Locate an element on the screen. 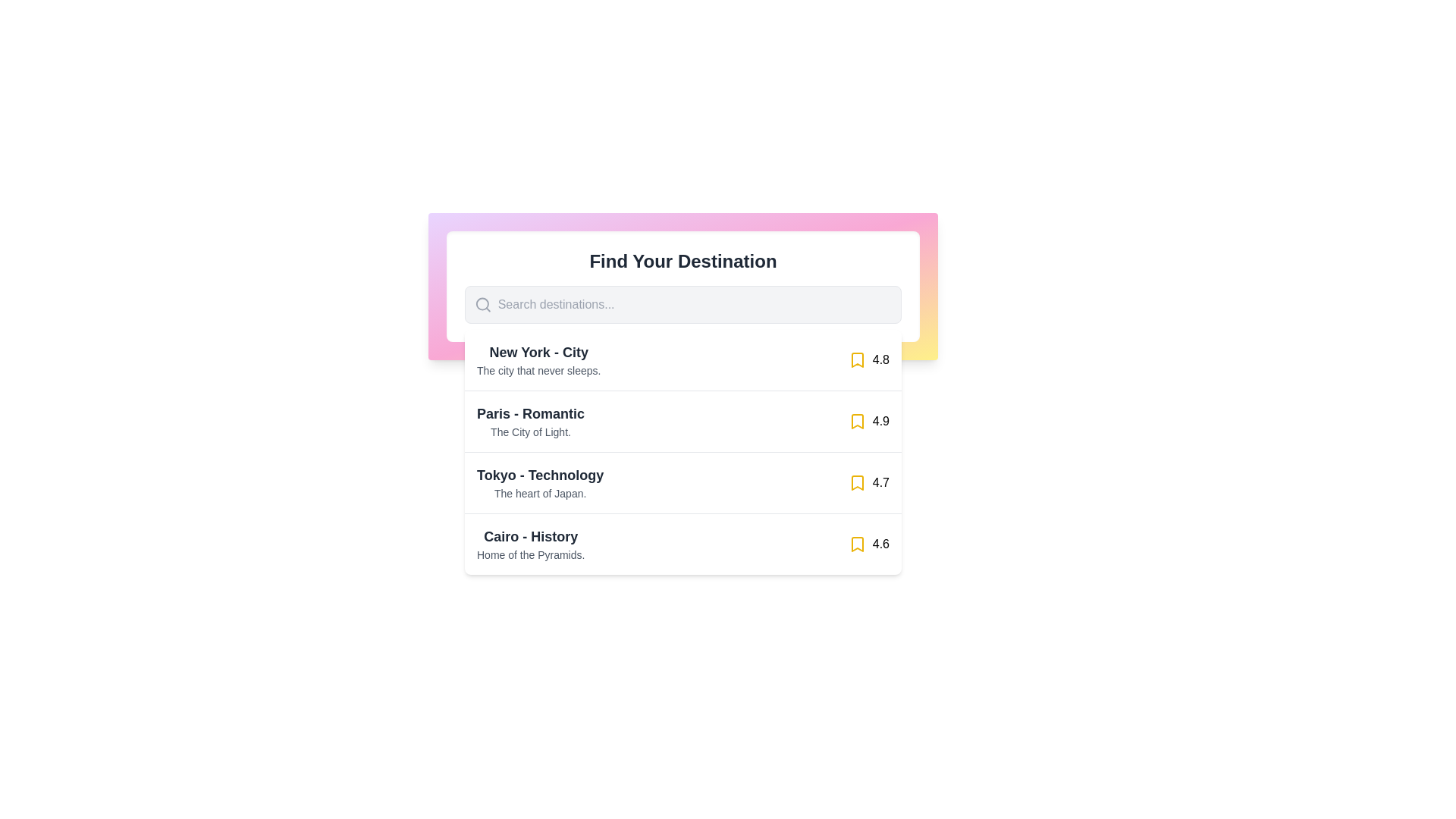 The height and width of the screenshot is (819, 1456). the list item displaying 'Tokyo - Technology' is located at coordinates (682, 483).